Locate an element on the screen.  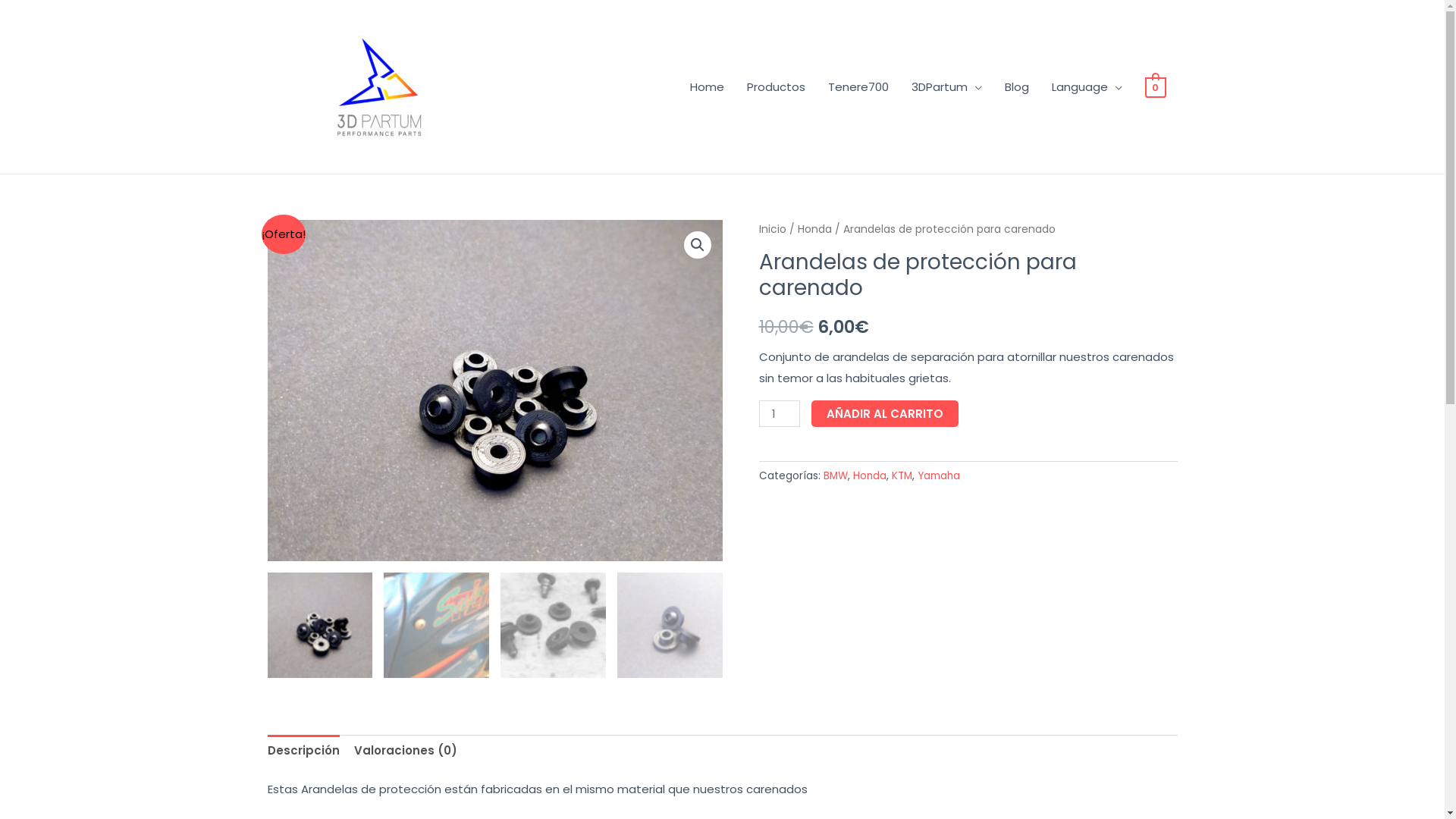
'3DPartum' is located at coordinates (946, 86).